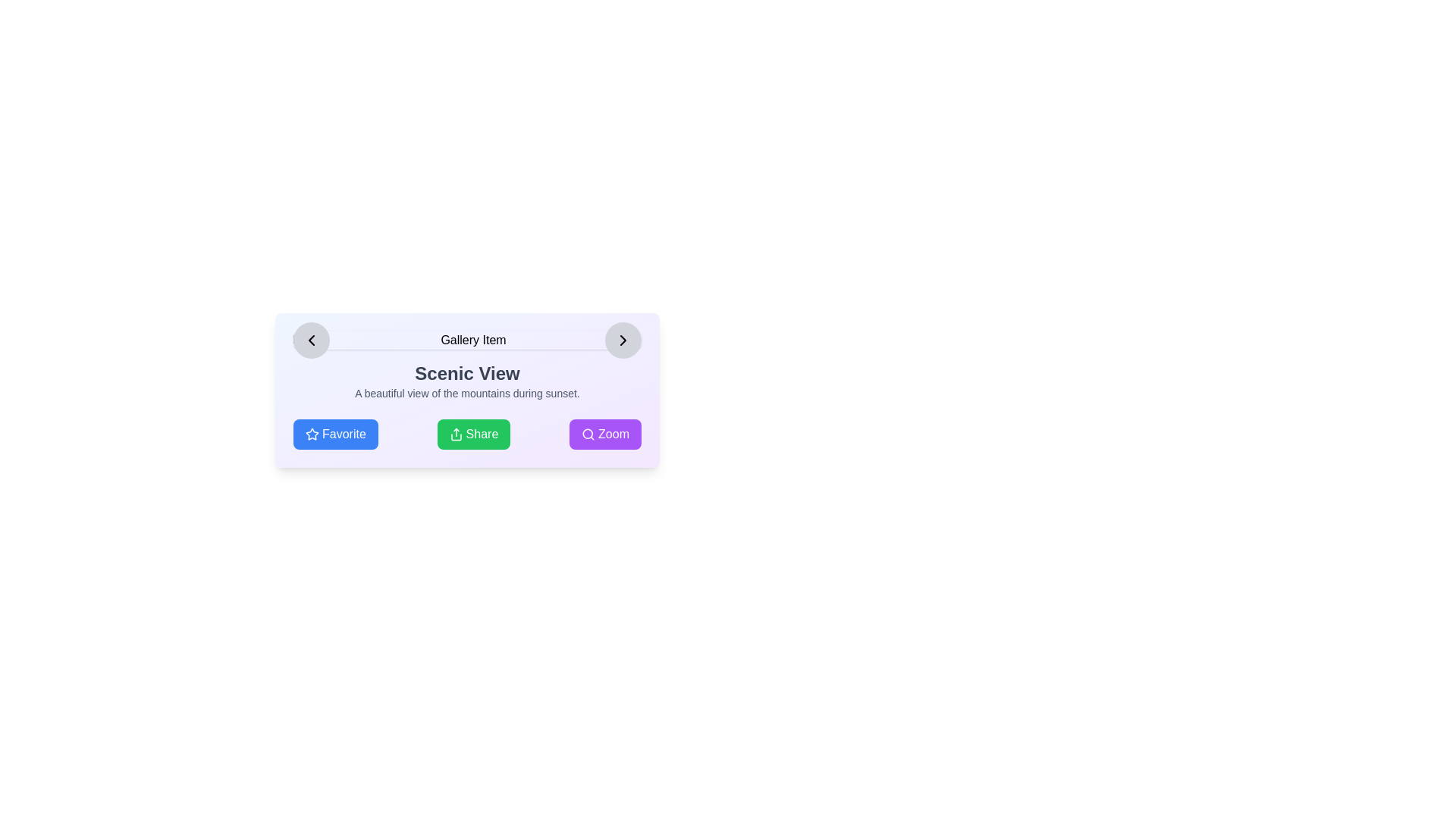 Image resolution: width=1456 pixels, height=819 pixels. What do you see at coordinates (466, 374) in the screenshot?
I see `text from the Text Label that serves as a title or heading for the content below it, positioned above the descriptive text about a beautiful view of the mountains during sunset` at bounding box center [466, 374].